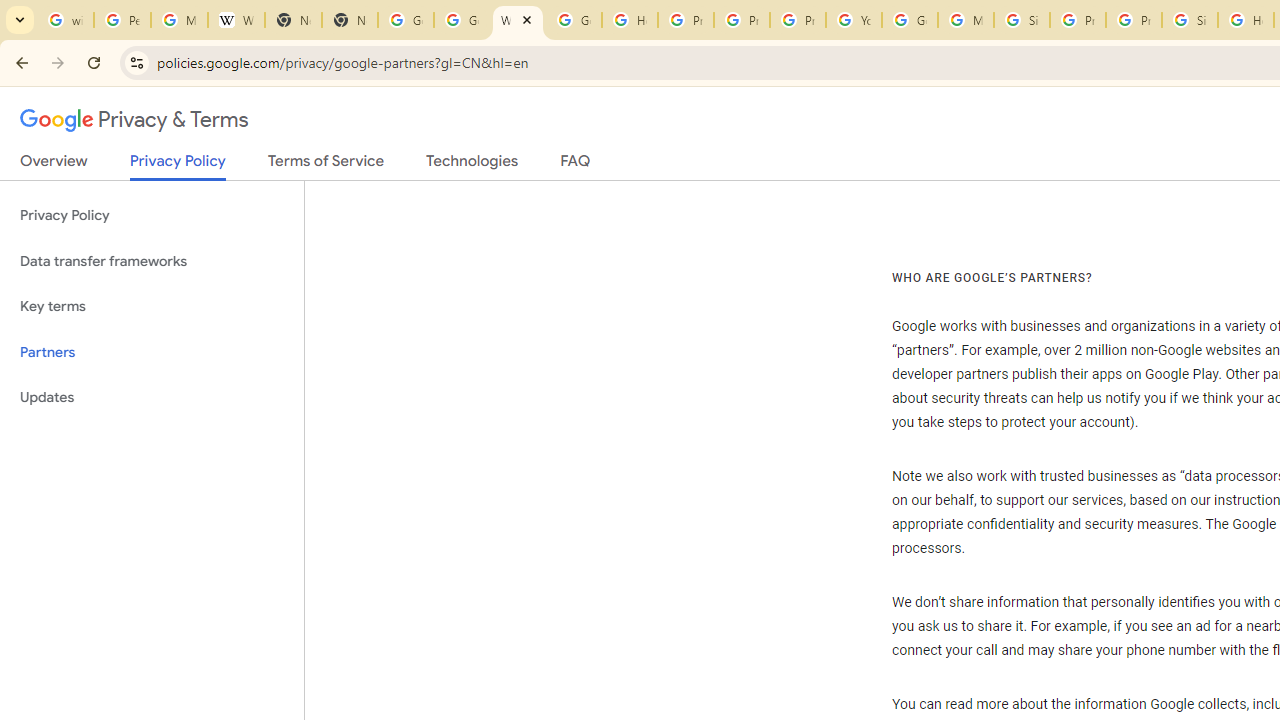 Image resolution: width=1280 pixels, height=720 pixels. I want to click on 'Personalization & Google Search results - Google Search Help', so click(121, 20).